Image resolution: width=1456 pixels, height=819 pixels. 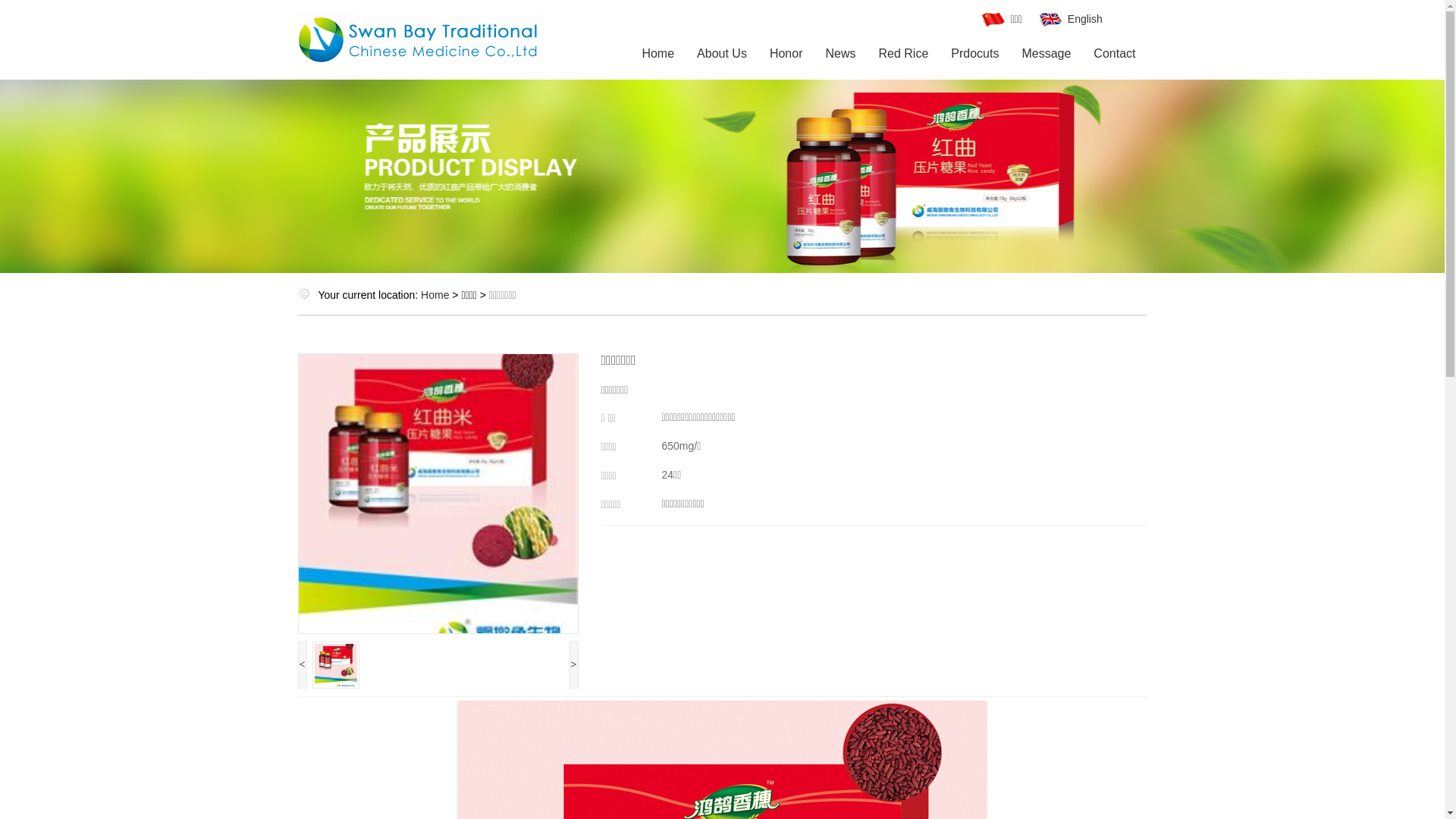 I want to click on 'Honor', so click(x=786, y=52).